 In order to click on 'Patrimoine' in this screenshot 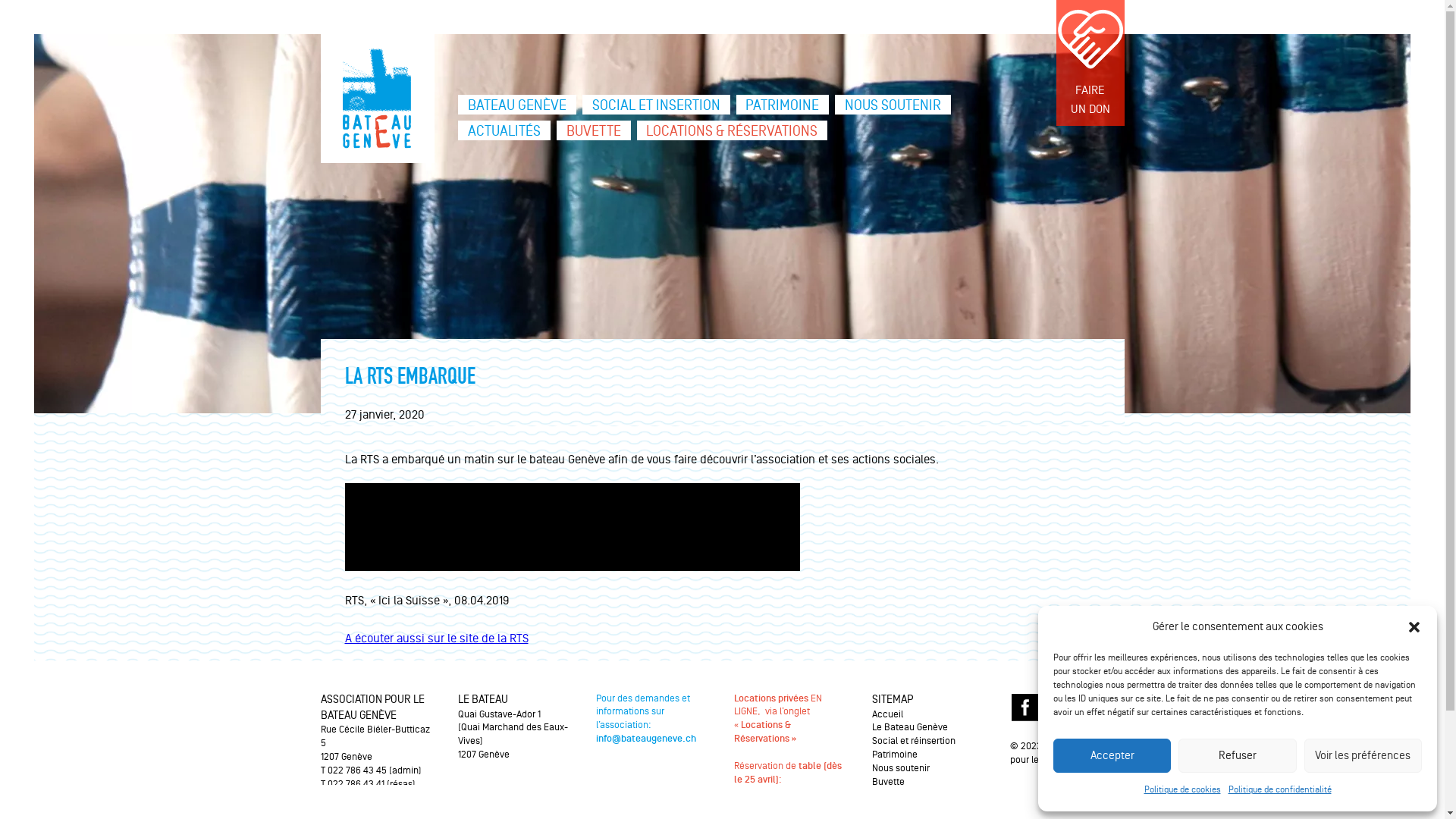, I will do `click(895, 755)`.